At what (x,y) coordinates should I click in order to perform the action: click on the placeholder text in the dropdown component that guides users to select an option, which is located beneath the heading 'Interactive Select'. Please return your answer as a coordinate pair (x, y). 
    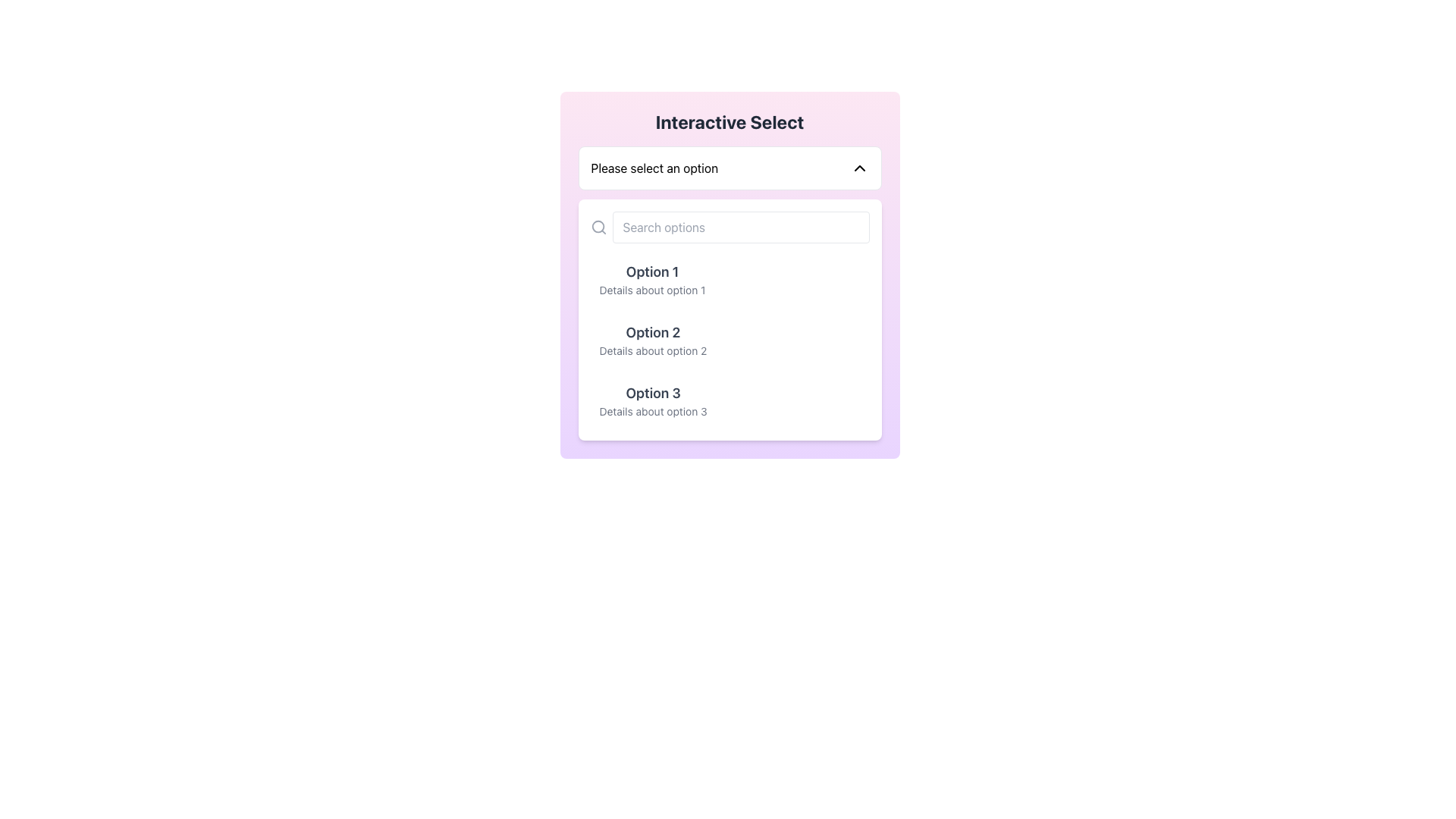
    Looking at the image, I should click on (654, 168).